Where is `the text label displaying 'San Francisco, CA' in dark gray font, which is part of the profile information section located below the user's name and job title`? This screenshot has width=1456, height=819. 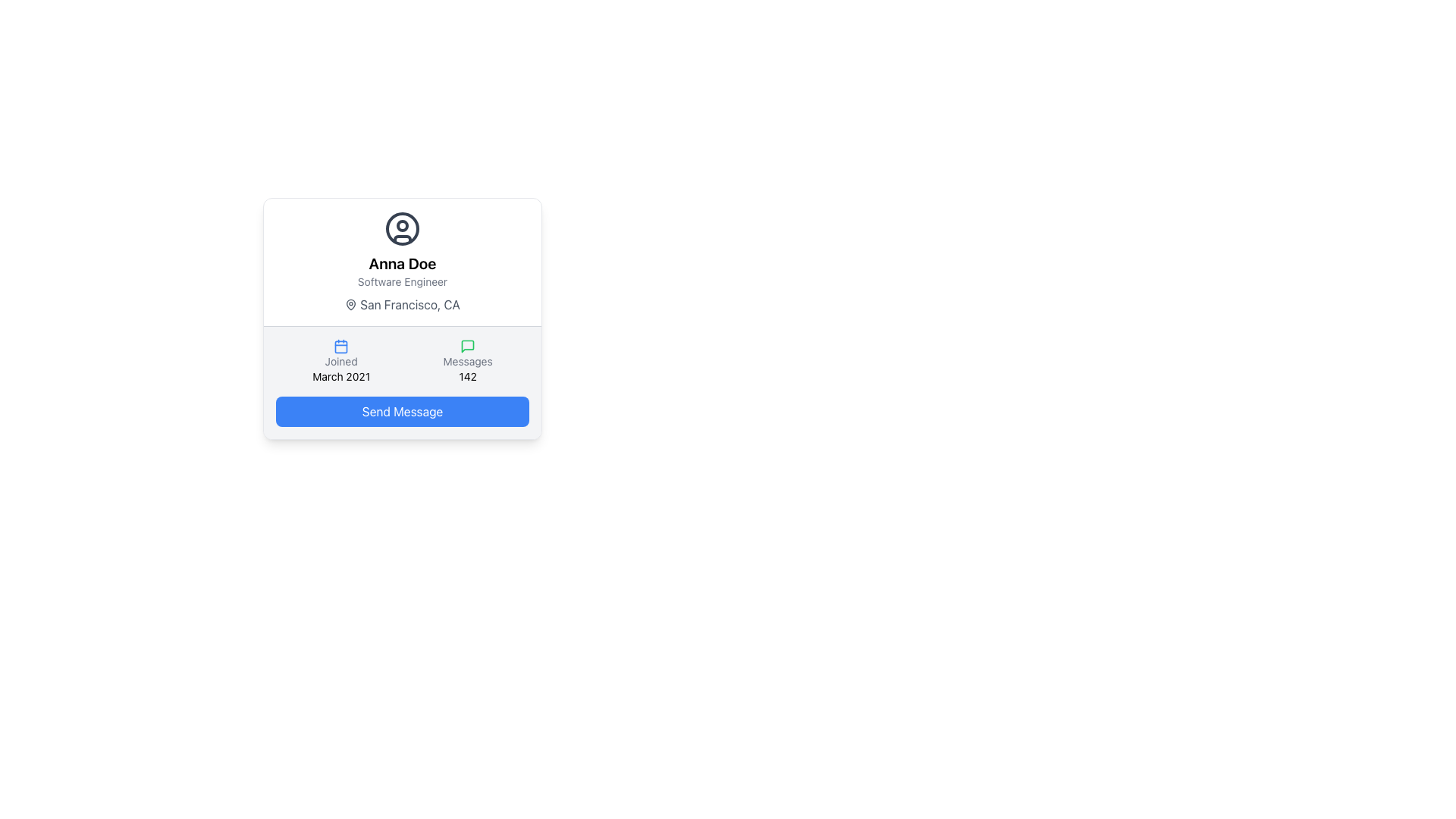 the text label displaying 'San Francisco, CA' in dark gray font, which is part of the profile information section located below the user's name and job title is located at coordinates (410, 304).